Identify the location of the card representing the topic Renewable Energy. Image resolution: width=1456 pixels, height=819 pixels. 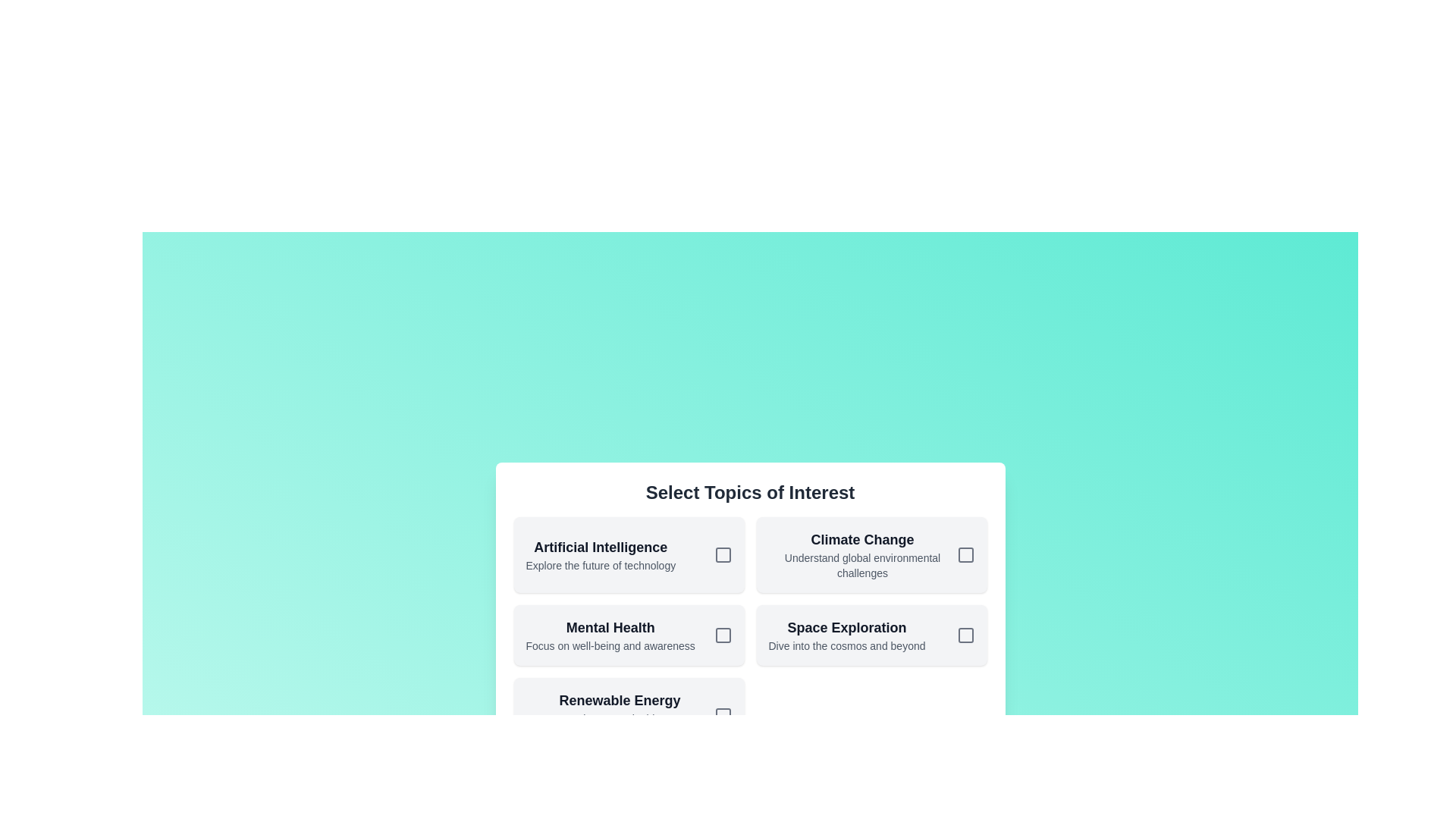
(629, 716).